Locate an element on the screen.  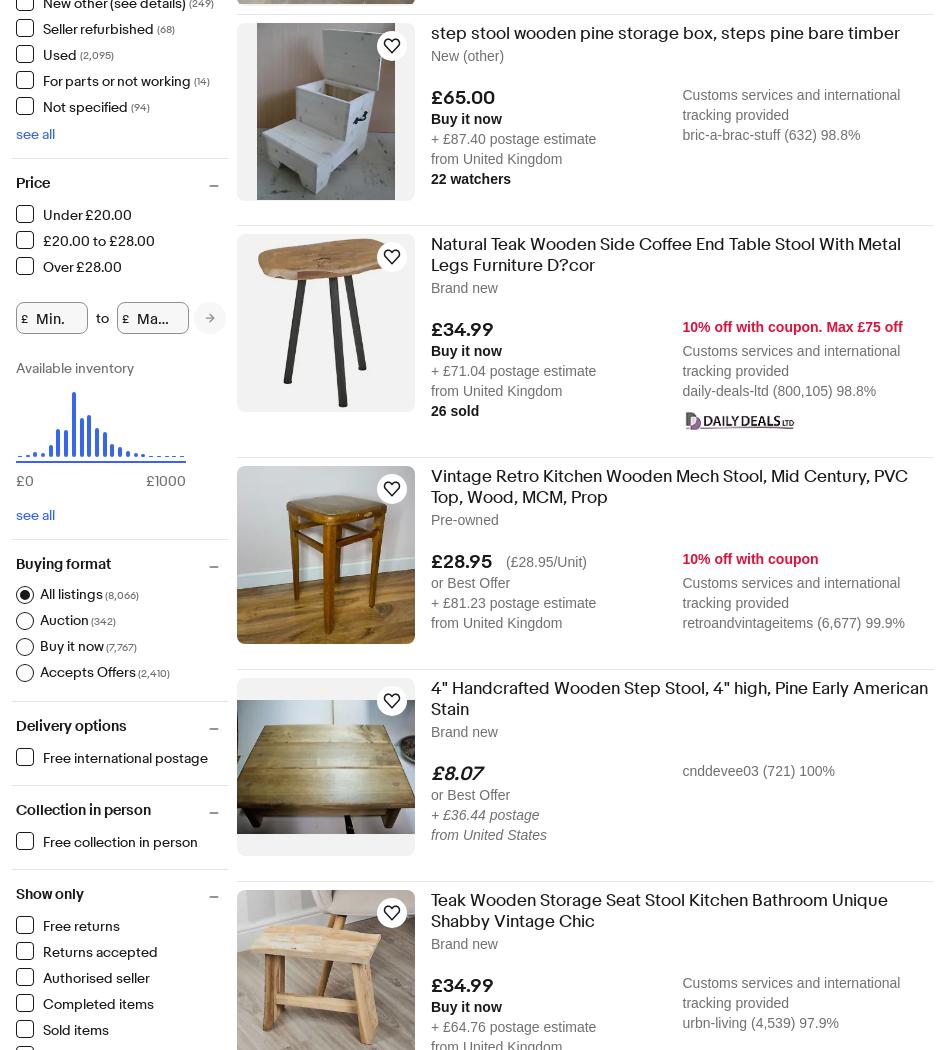
'to' is located at coordinates (102, 318).